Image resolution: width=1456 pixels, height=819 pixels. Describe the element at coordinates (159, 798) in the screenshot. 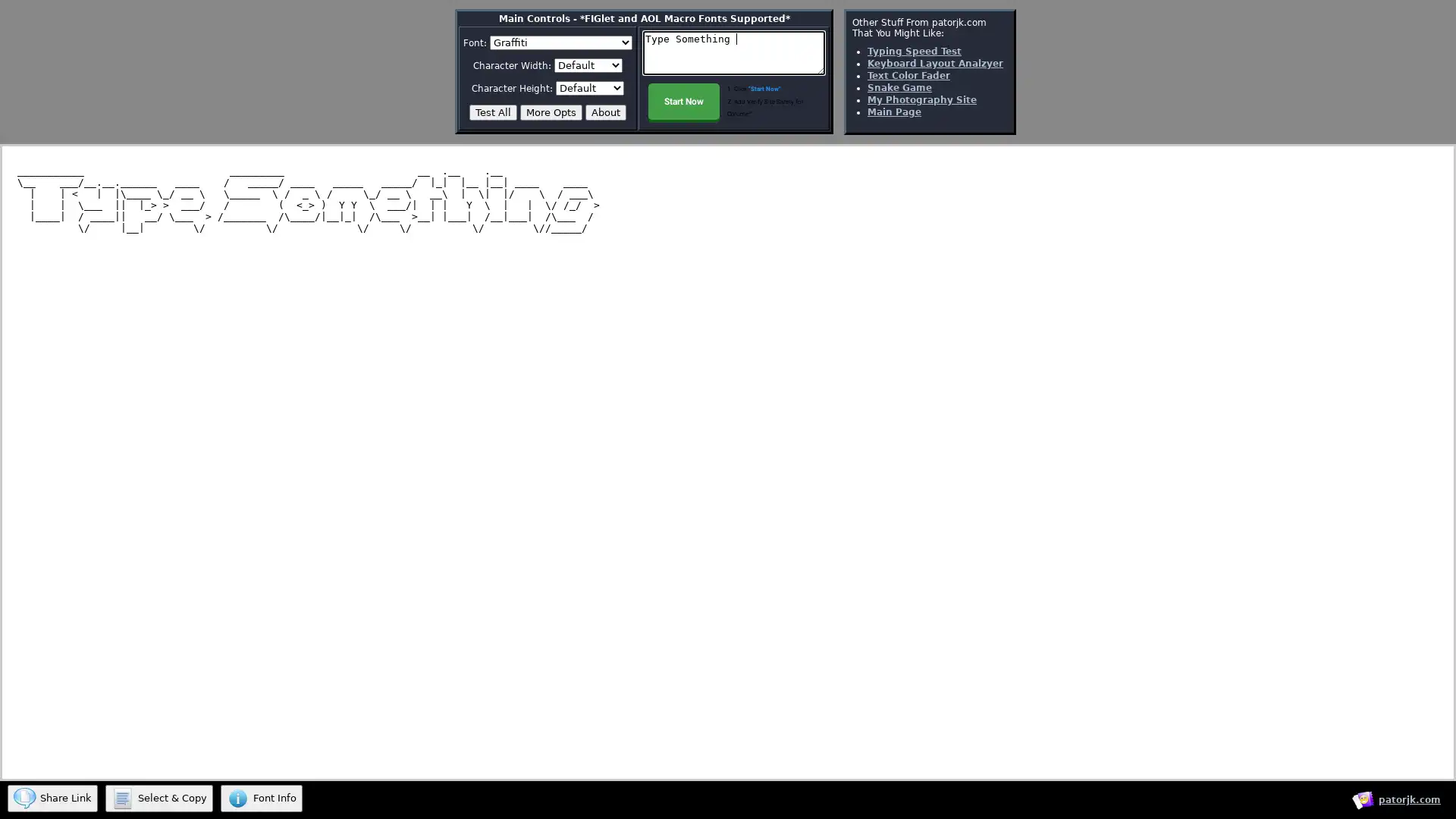

I see `Select & Copy` at that location.